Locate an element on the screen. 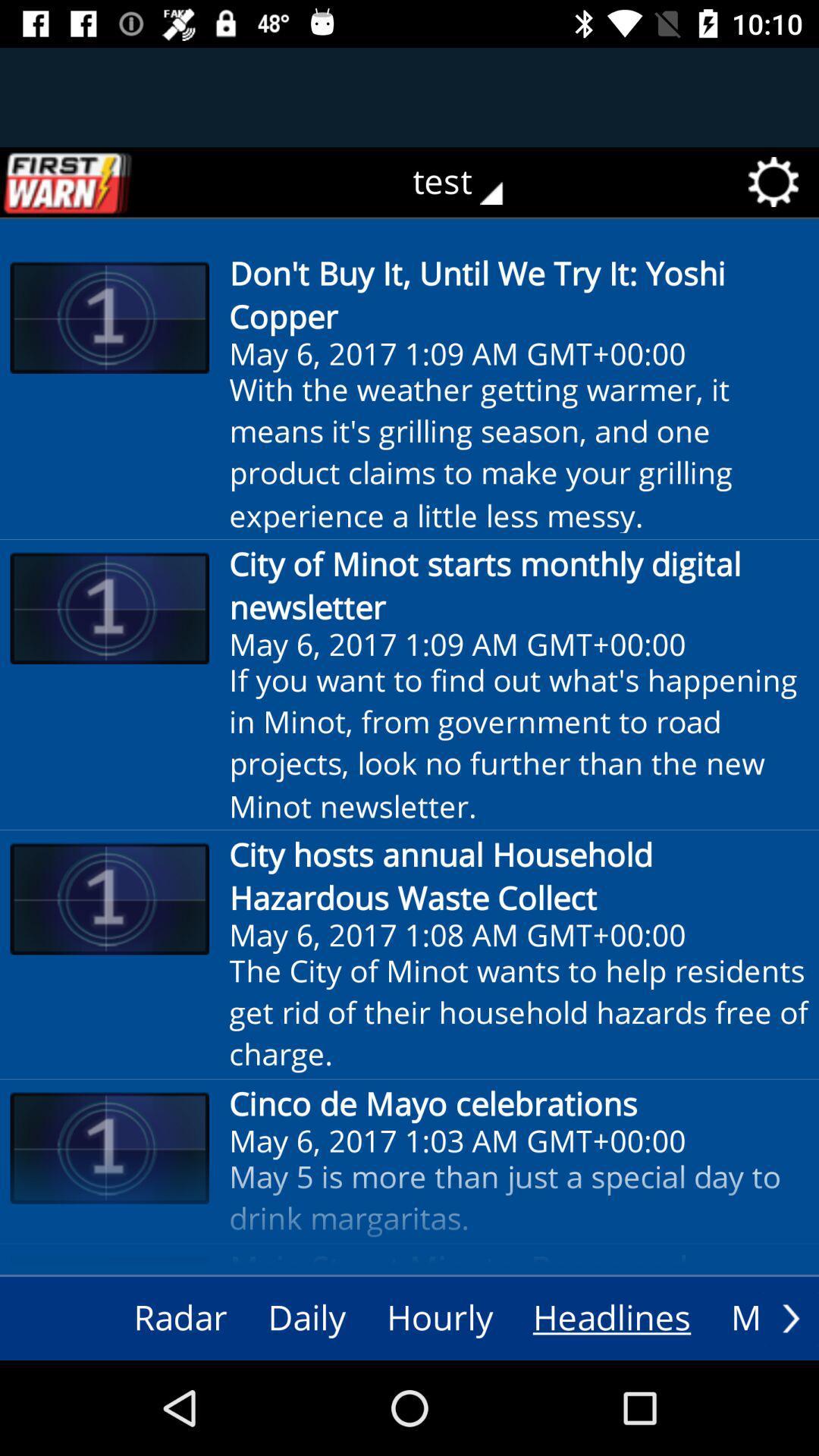 The image size is (819, 1456). the arrow_forward icon is located at coordinates (790, 1317).